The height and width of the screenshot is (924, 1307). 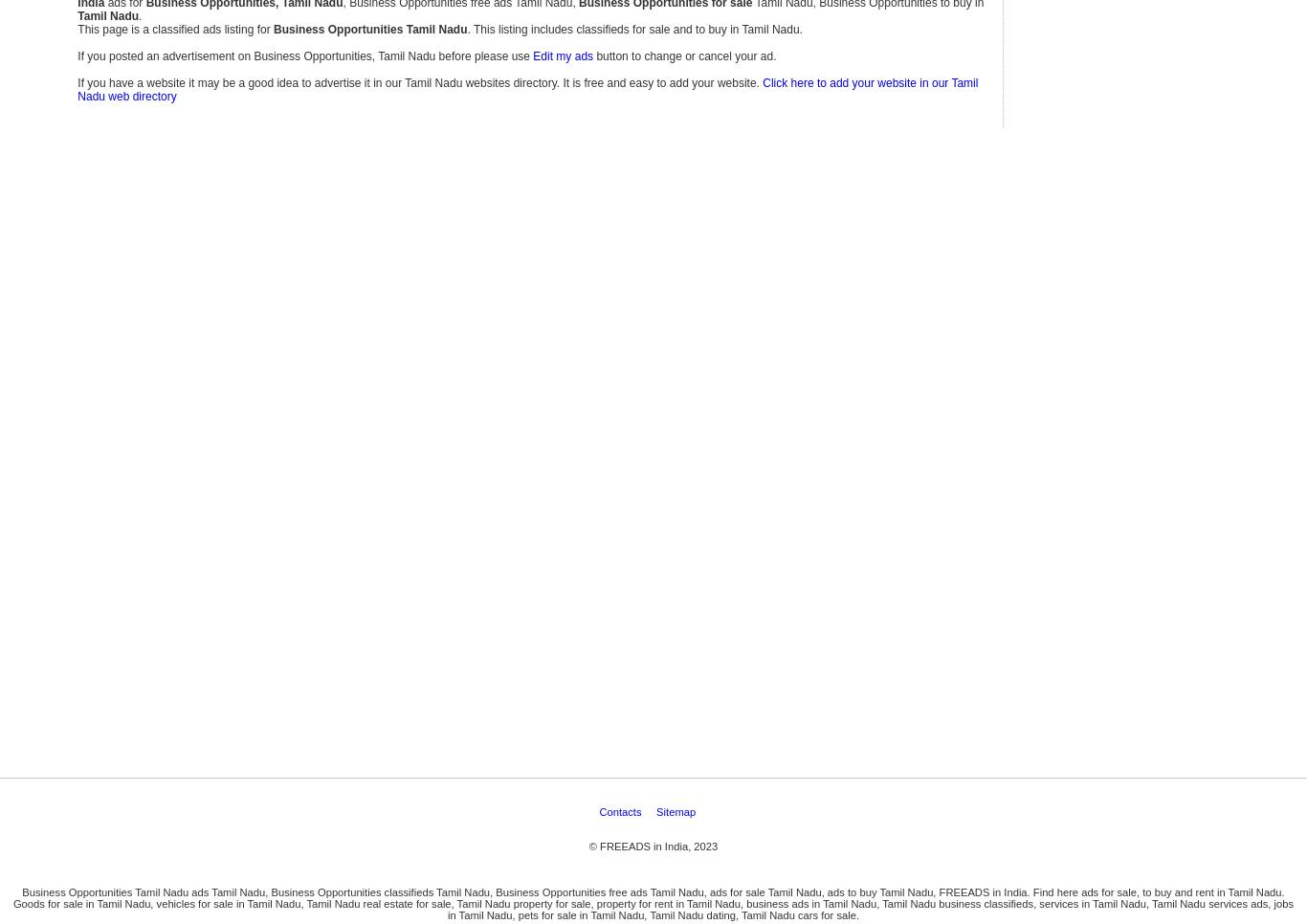 I want to click on 'Edit my ads', so click(x=562, y=56).